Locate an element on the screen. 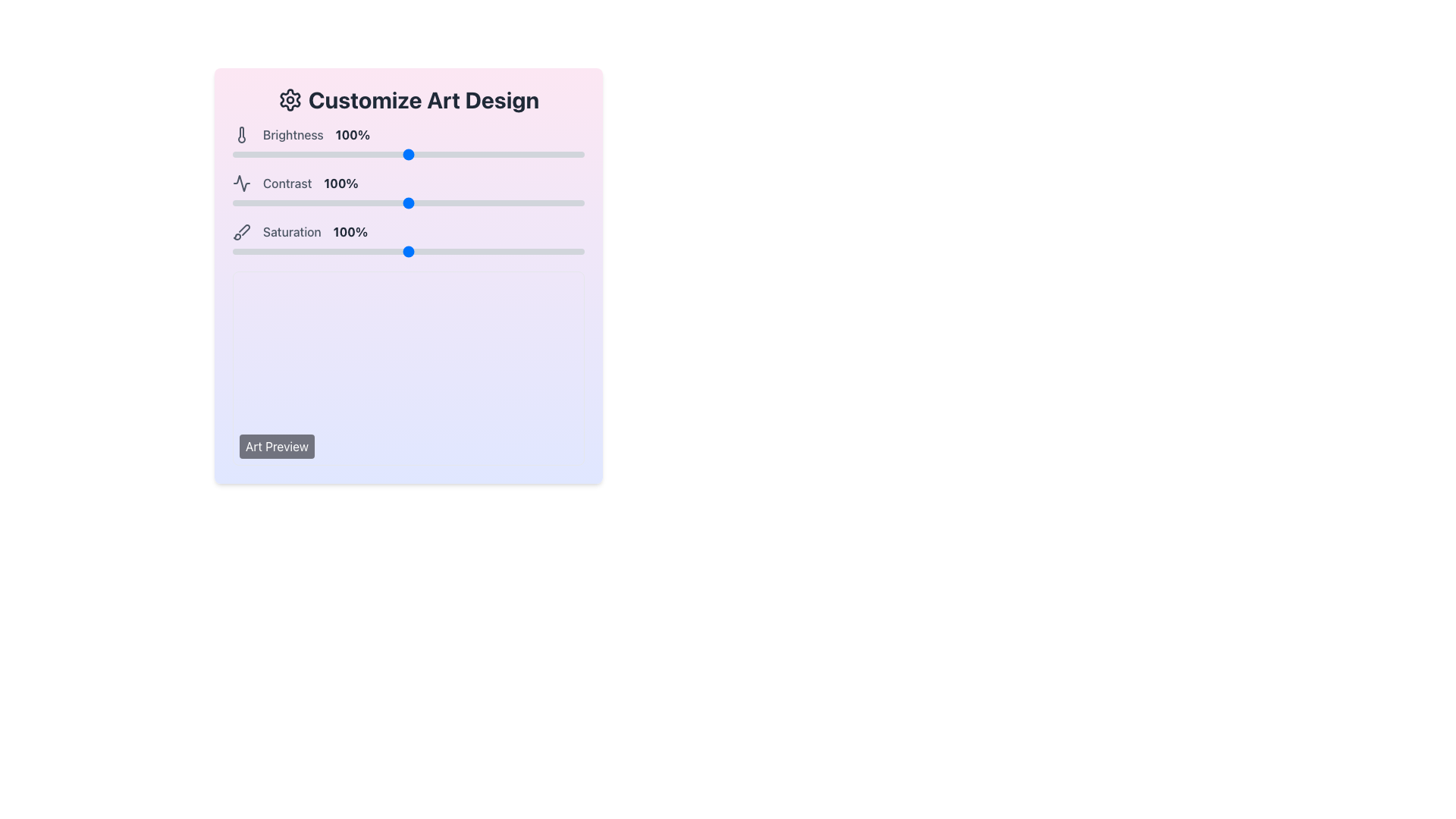 This screenshot has width=1456, height=819. the contrast level is located at coordinates (555, 202).